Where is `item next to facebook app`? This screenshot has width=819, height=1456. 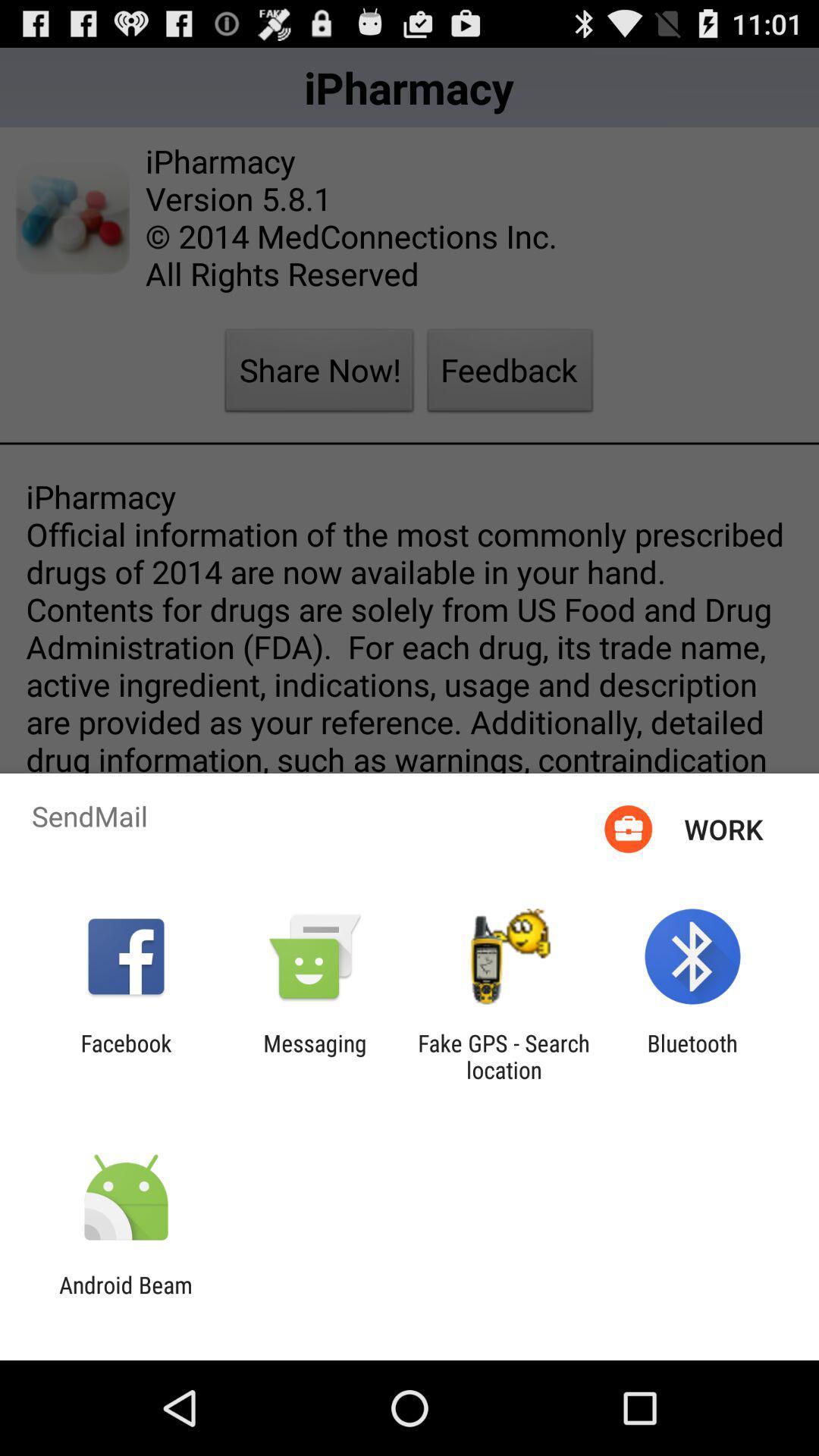
item next to facebook app is located at coordinates (314, 1056).